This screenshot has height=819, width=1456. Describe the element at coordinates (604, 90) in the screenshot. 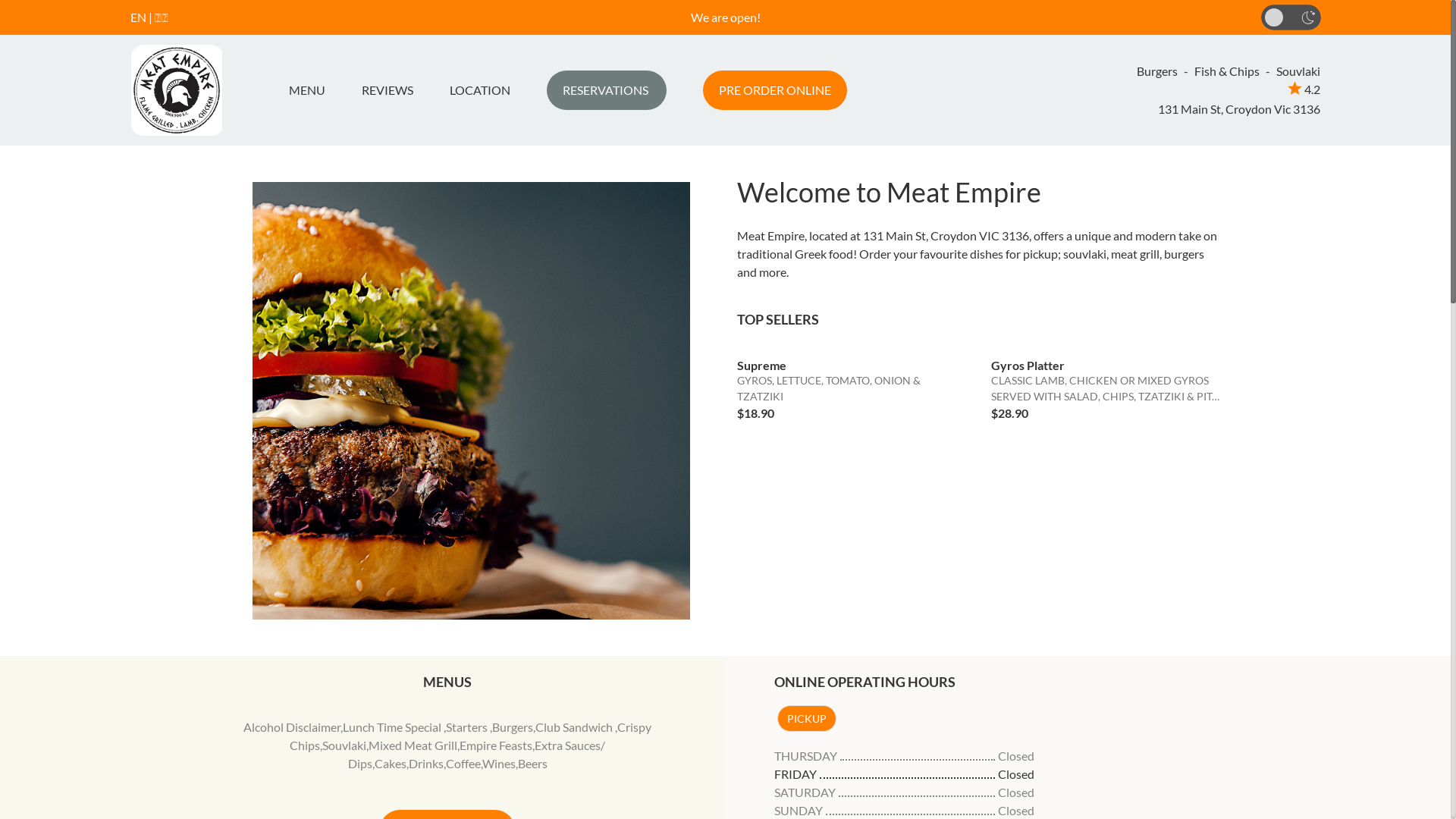

I see `'RESERVATIONS '` at that location.